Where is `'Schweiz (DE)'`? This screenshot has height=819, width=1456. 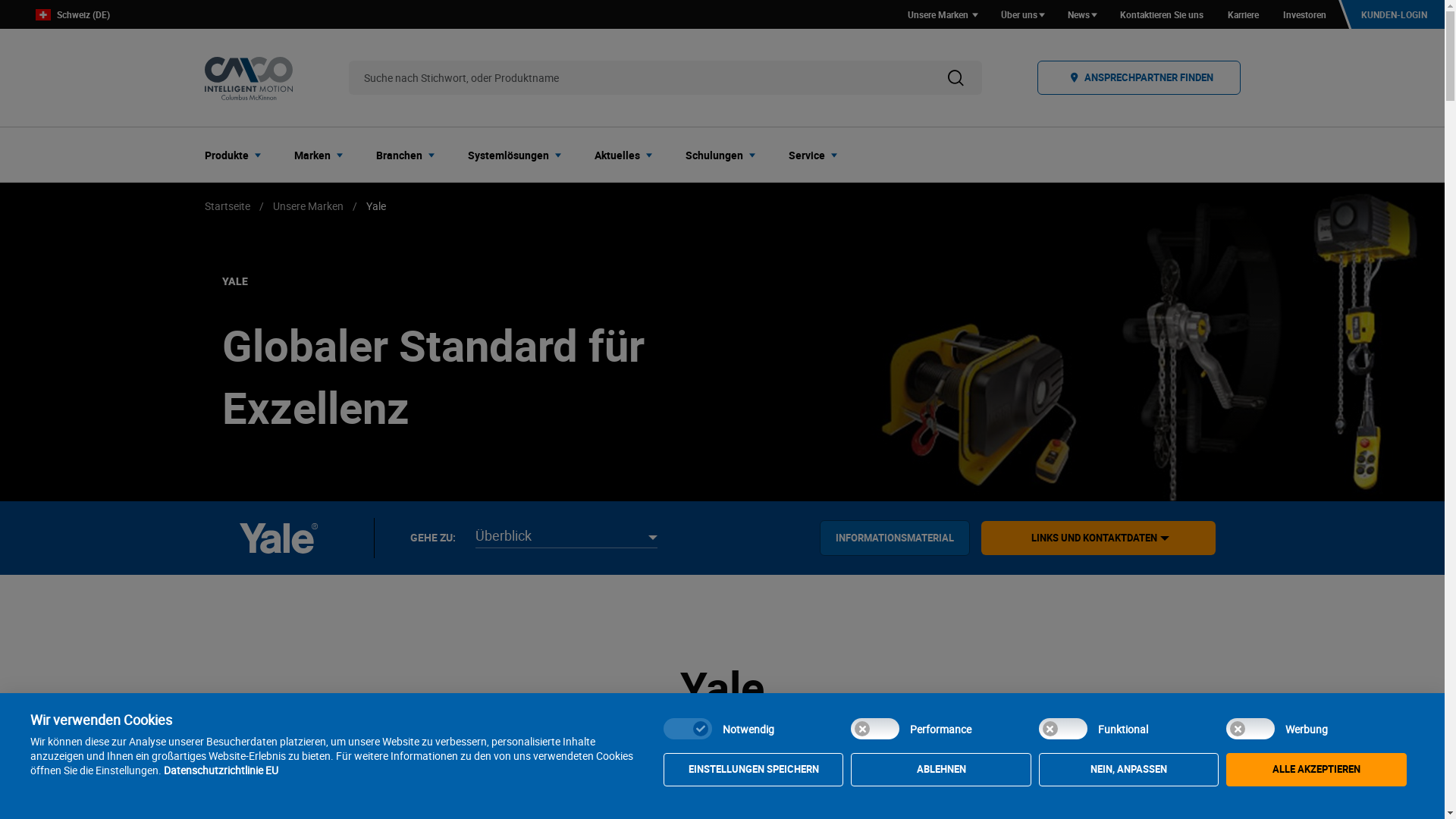
'Schweiz (DE)' is located at coordinates (66, 14).